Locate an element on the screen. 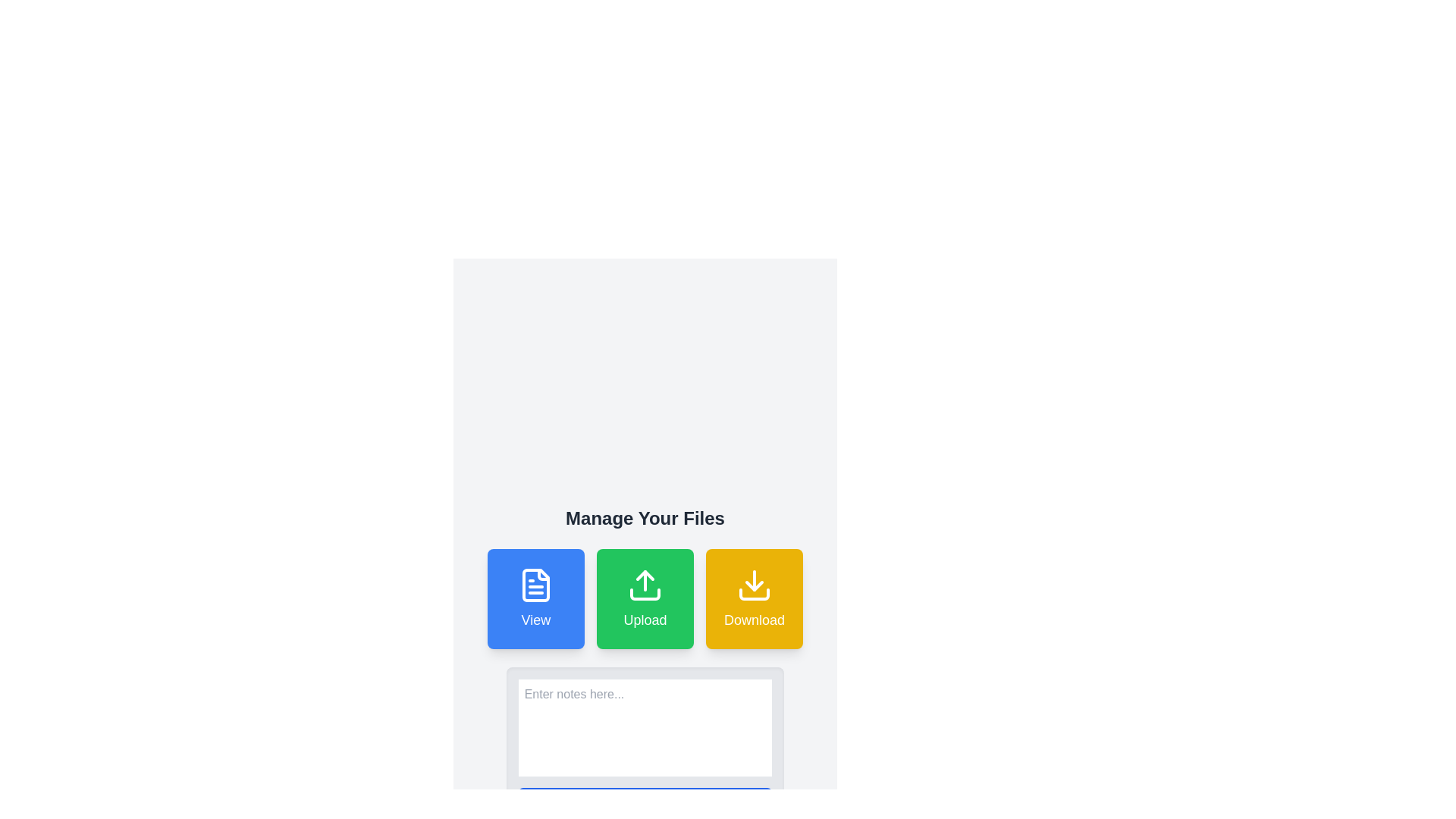 This screenshot has height=819, width=1456. the middle button in the horizontal group of three buttons located beneath the text 'Manage Your Files' is located at coordinates (645, 598).